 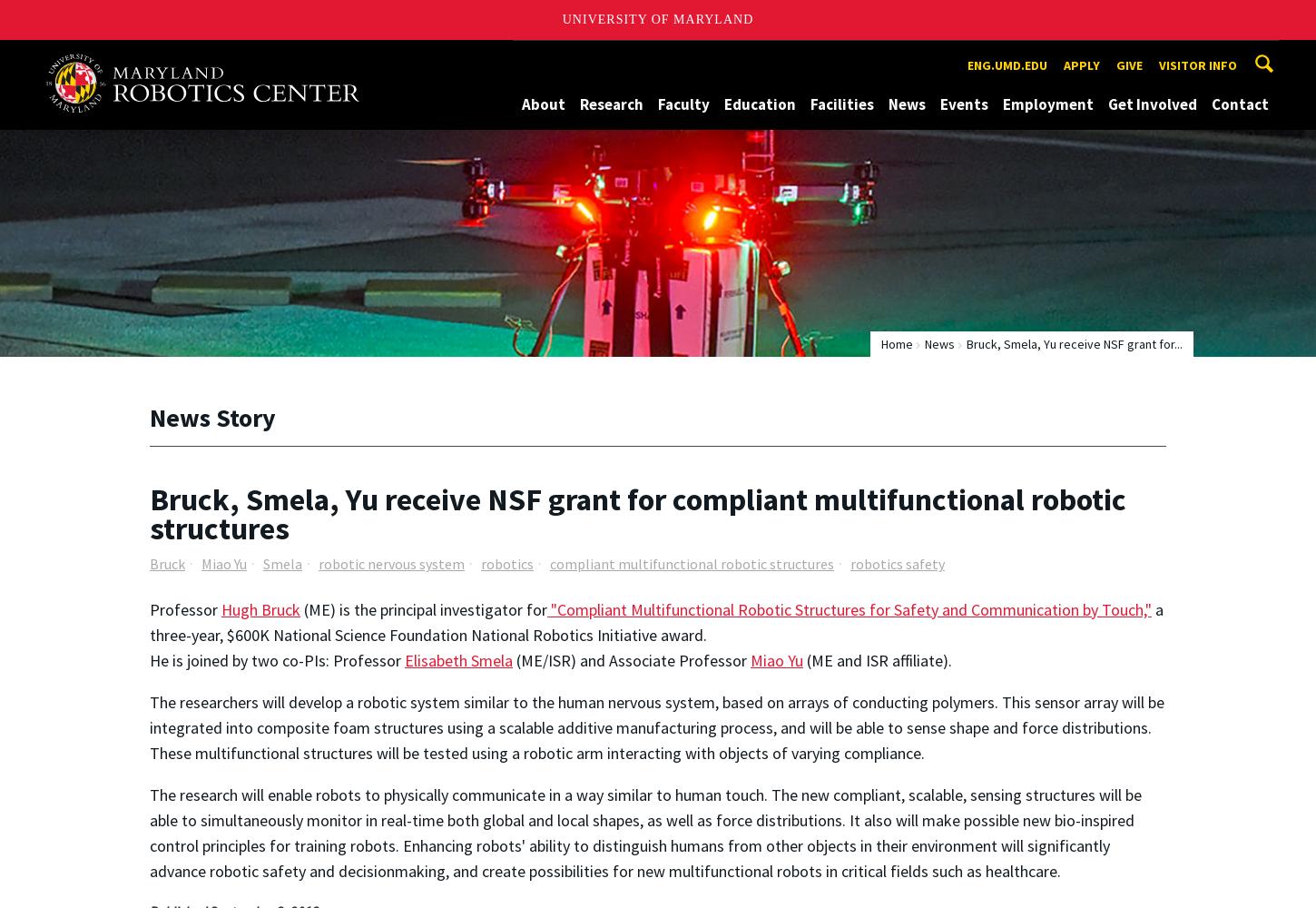 What do you see at coordinates (1006, 64) in the screenshot?
I see `'eng.umd.edu'` at bounding box center [1006, 64].